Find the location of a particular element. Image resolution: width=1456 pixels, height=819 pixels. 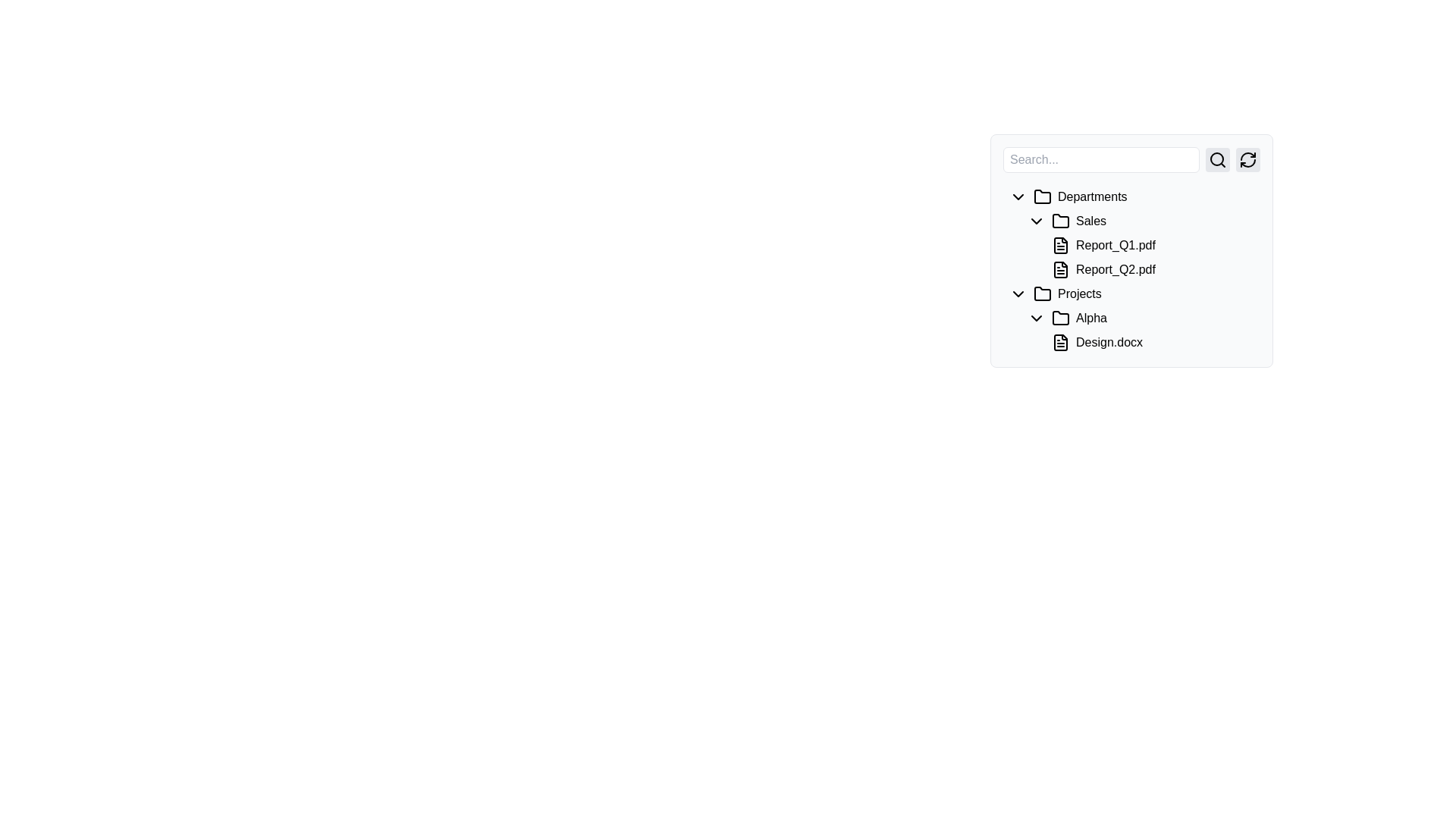

the file entry icon representing 'Report_Q1.pdf', which serves as a visual marker in the hierarchical view is located at coordinates (1059, 245).